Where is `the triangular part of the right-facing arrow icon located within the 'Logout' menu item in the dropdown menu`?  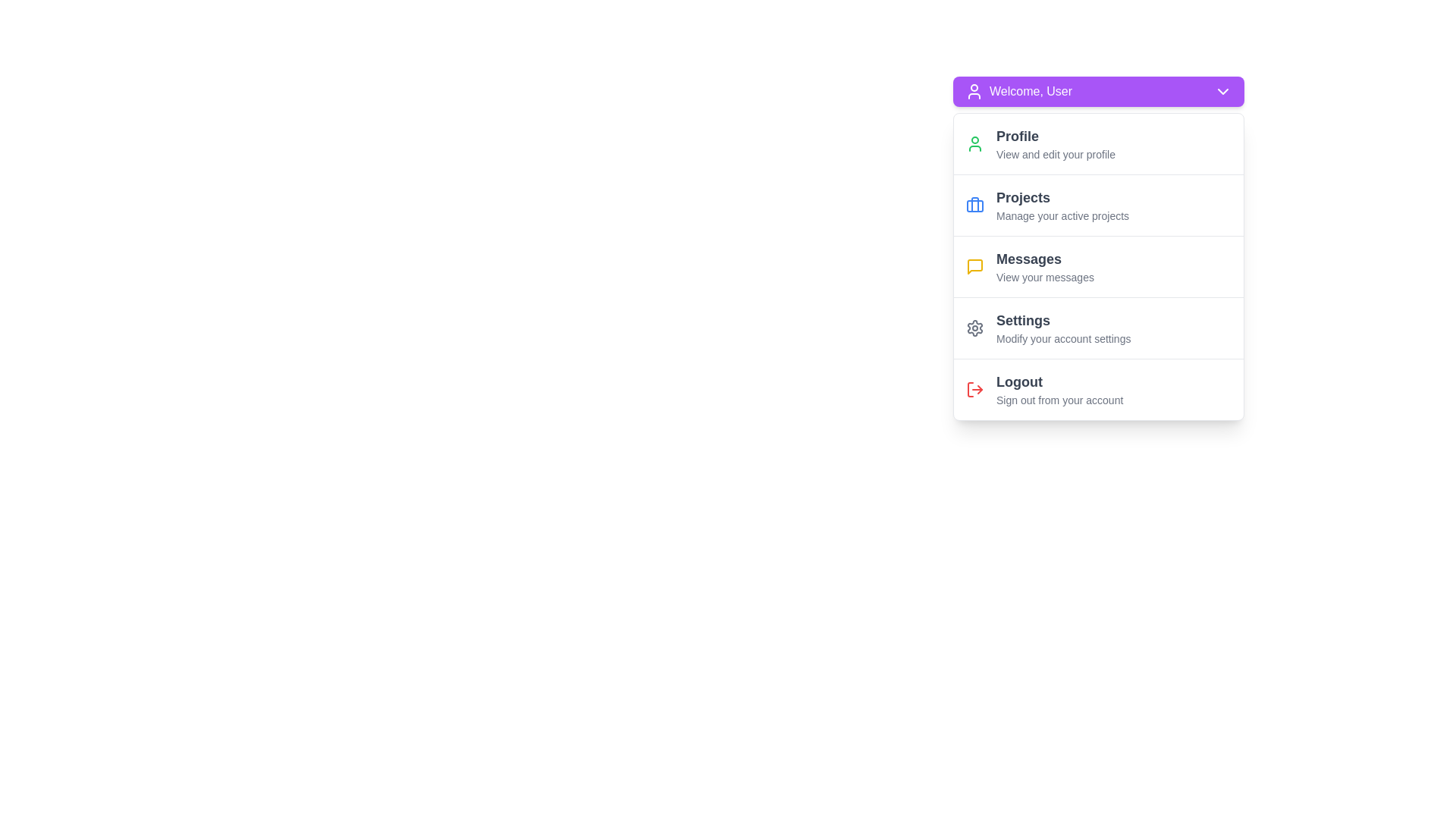
the triangular part of the right-facing arrow icon located within the 'Logout' menu item in the dropdown menu is located at coordinates (980, 388).